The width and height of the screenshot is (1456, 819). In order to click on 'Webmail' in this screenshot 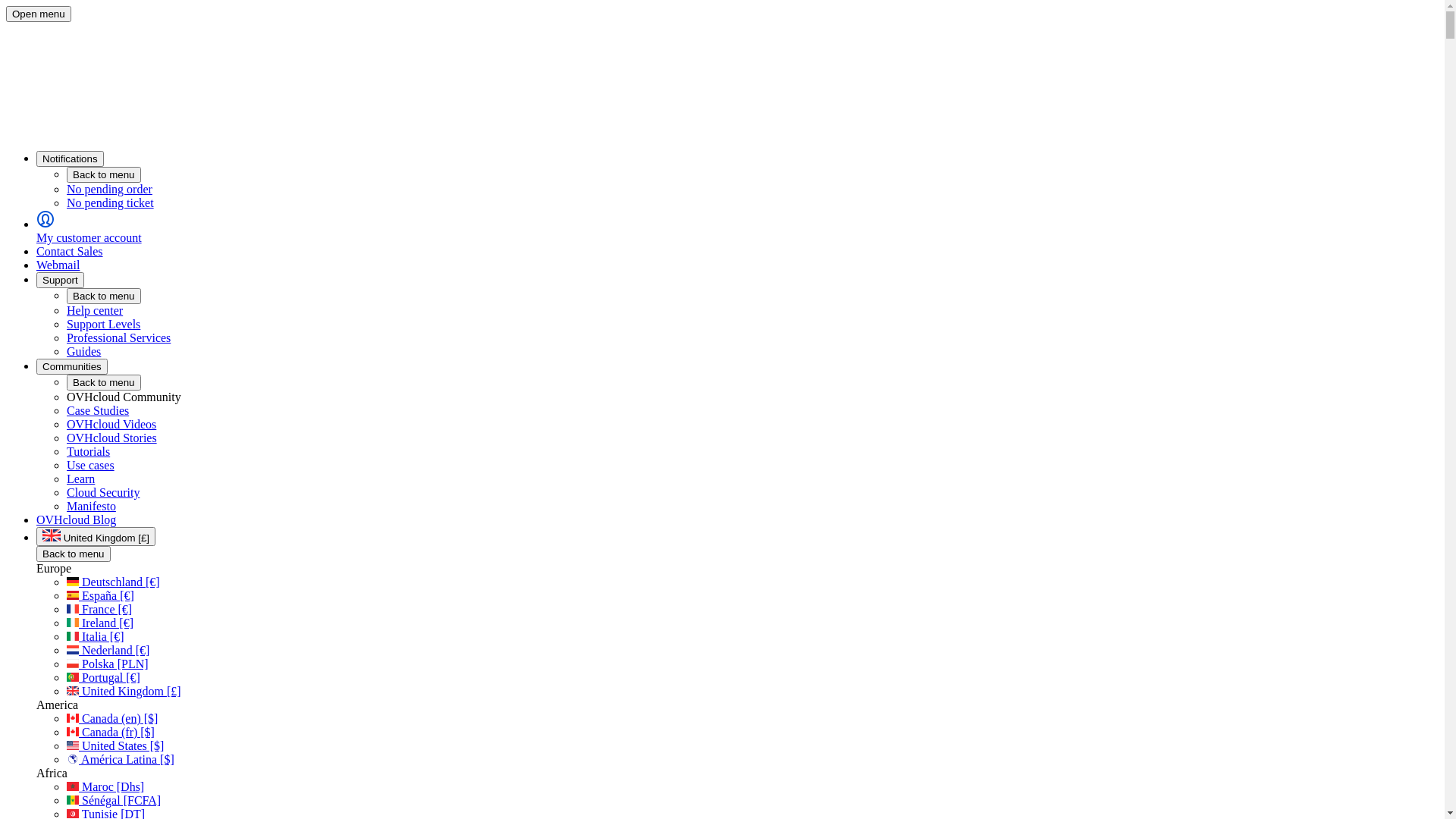, I will do `click(58, 264)`.